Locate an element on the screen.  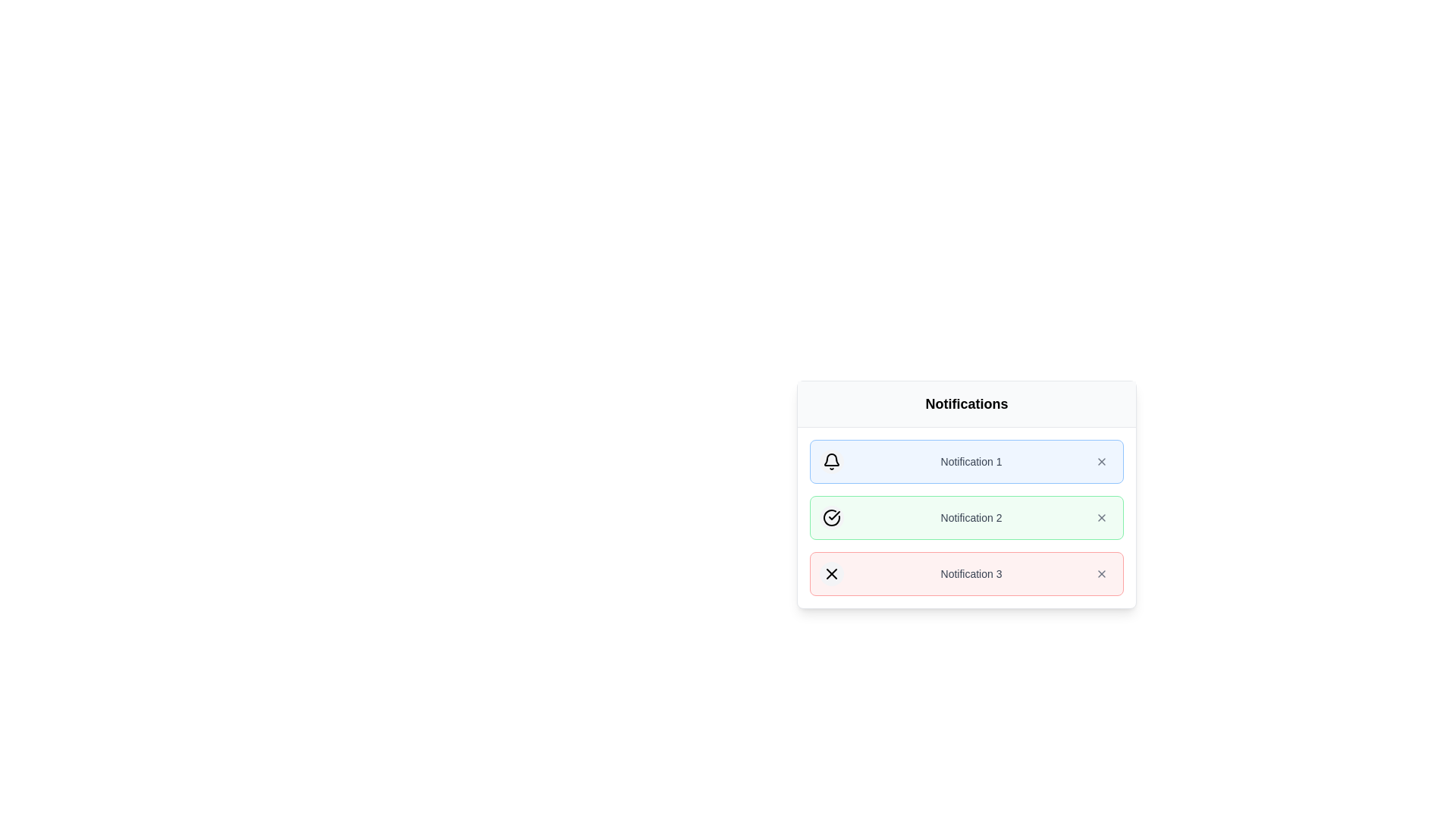
the close button for the second notification entry, located at the top-right corner of the notification list is located at coordinates (1102, 573).